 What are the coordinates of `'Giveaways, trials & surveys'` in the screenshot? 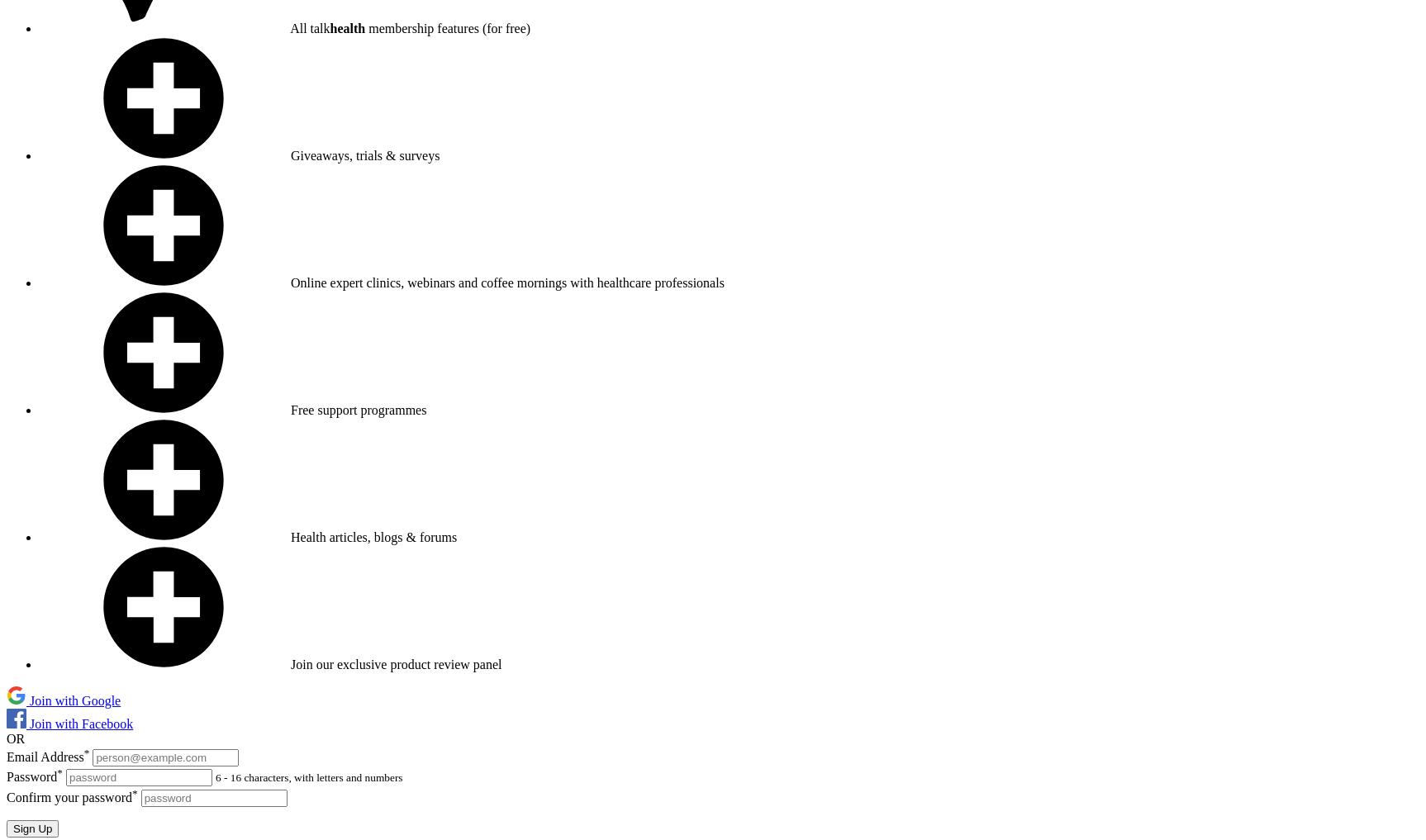 It's located at (364, 154).